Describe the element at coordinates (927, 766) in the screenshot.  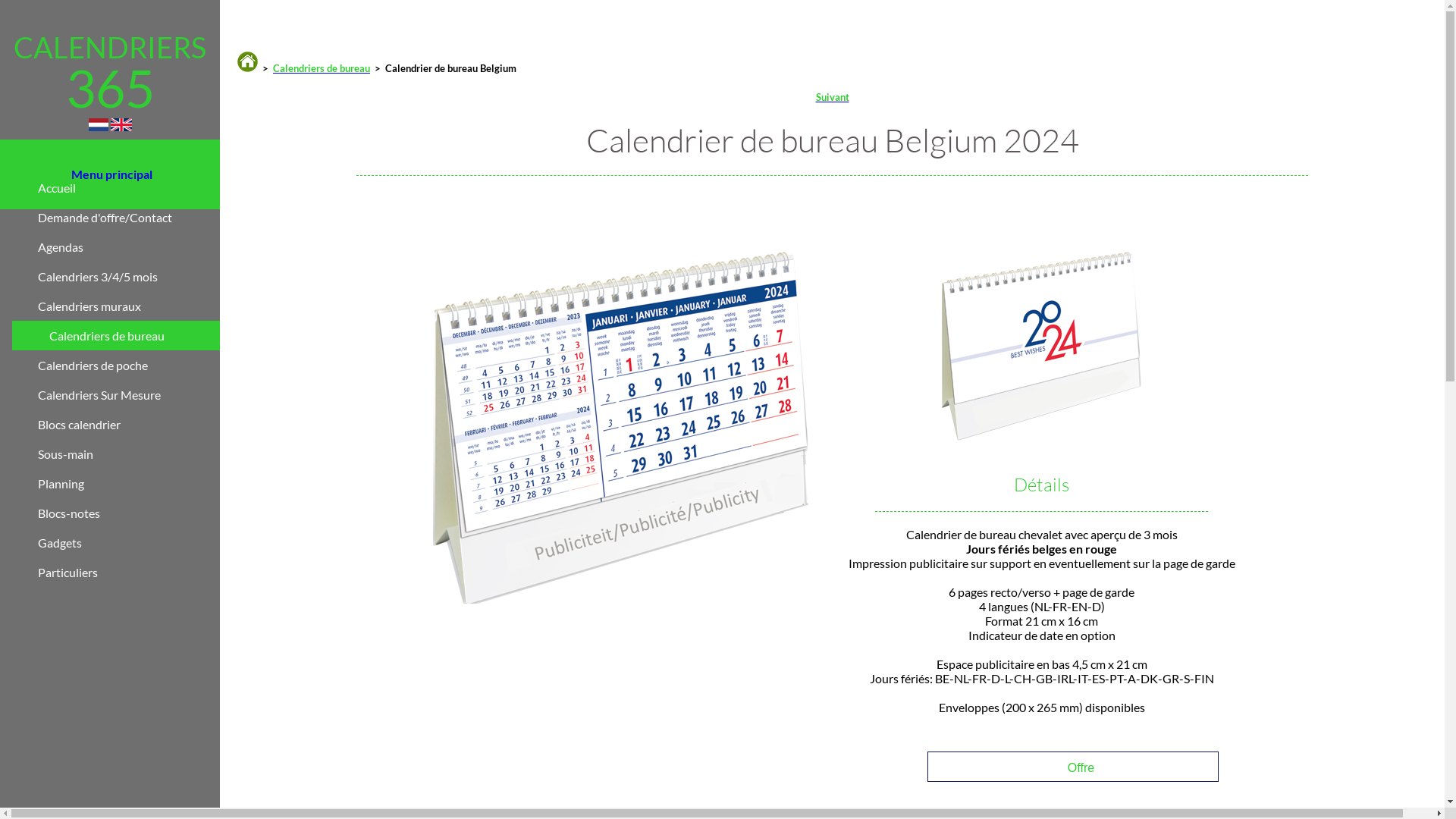
I see `'Offre'` at that location.